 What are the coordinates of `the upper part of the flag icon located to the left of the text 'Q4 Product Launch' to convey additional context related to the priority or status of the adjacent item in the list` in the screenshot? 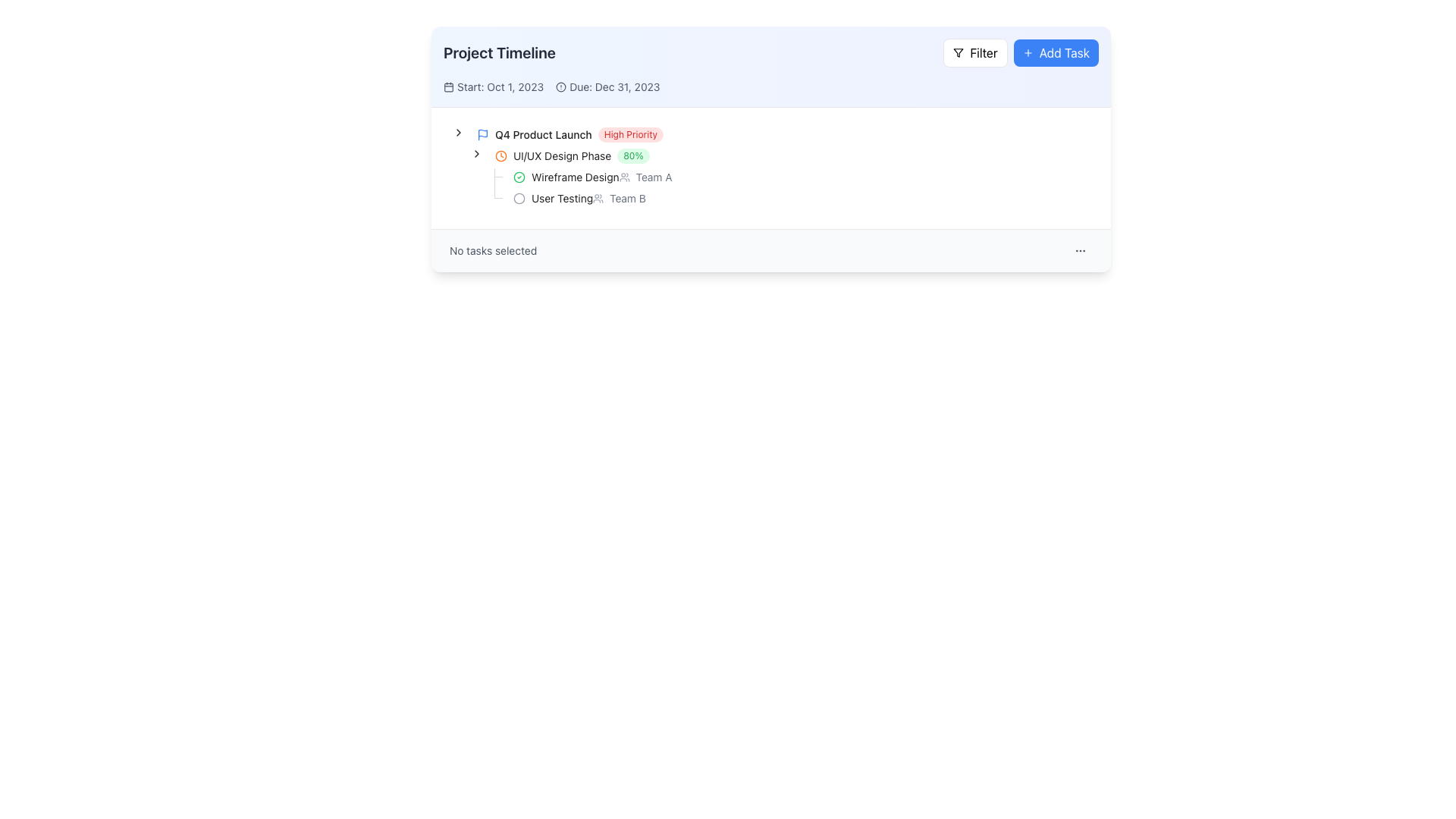 It's located at (482, 133).